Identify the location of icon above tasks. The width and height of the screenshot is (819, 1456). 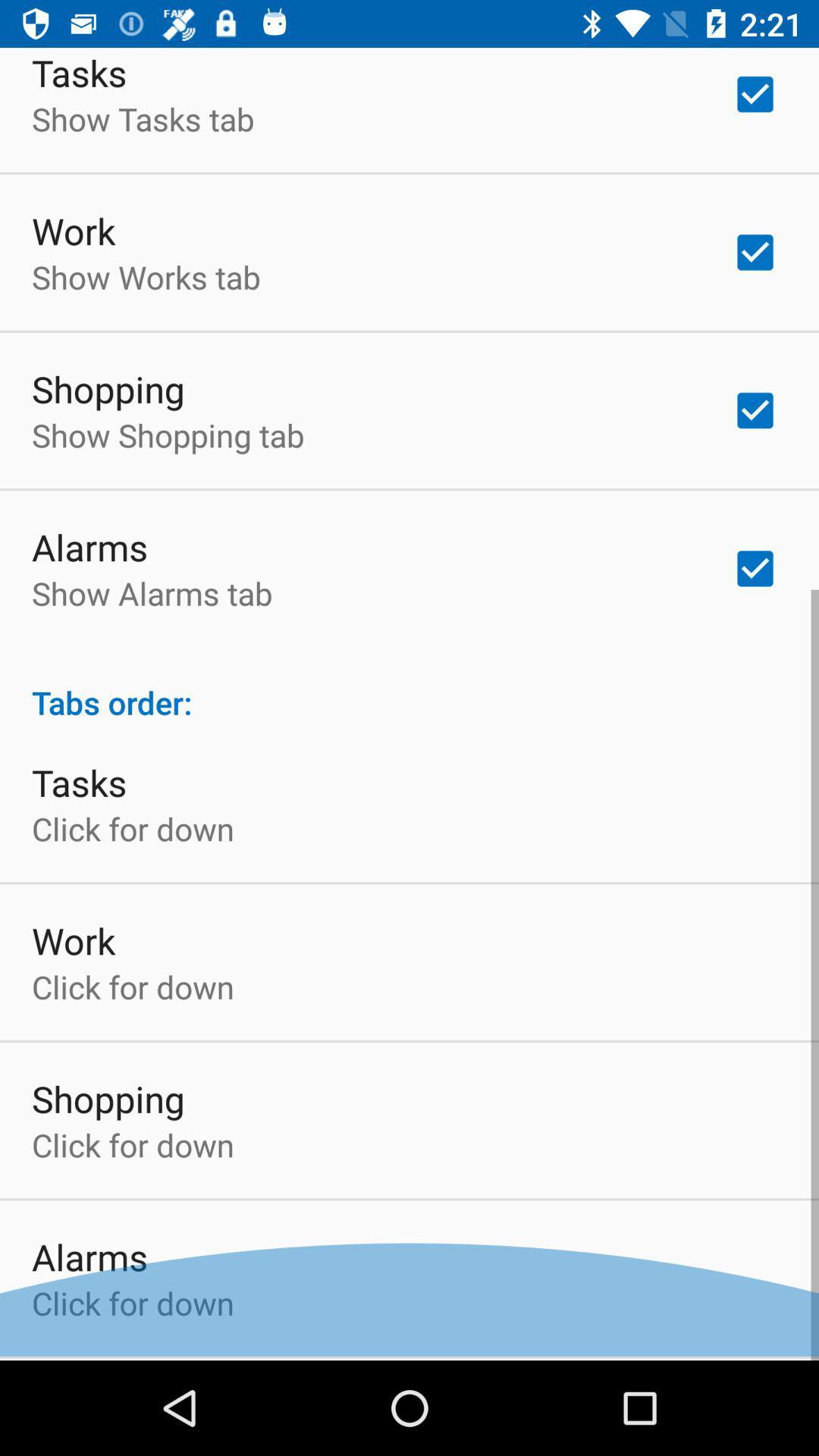
(409, 689).